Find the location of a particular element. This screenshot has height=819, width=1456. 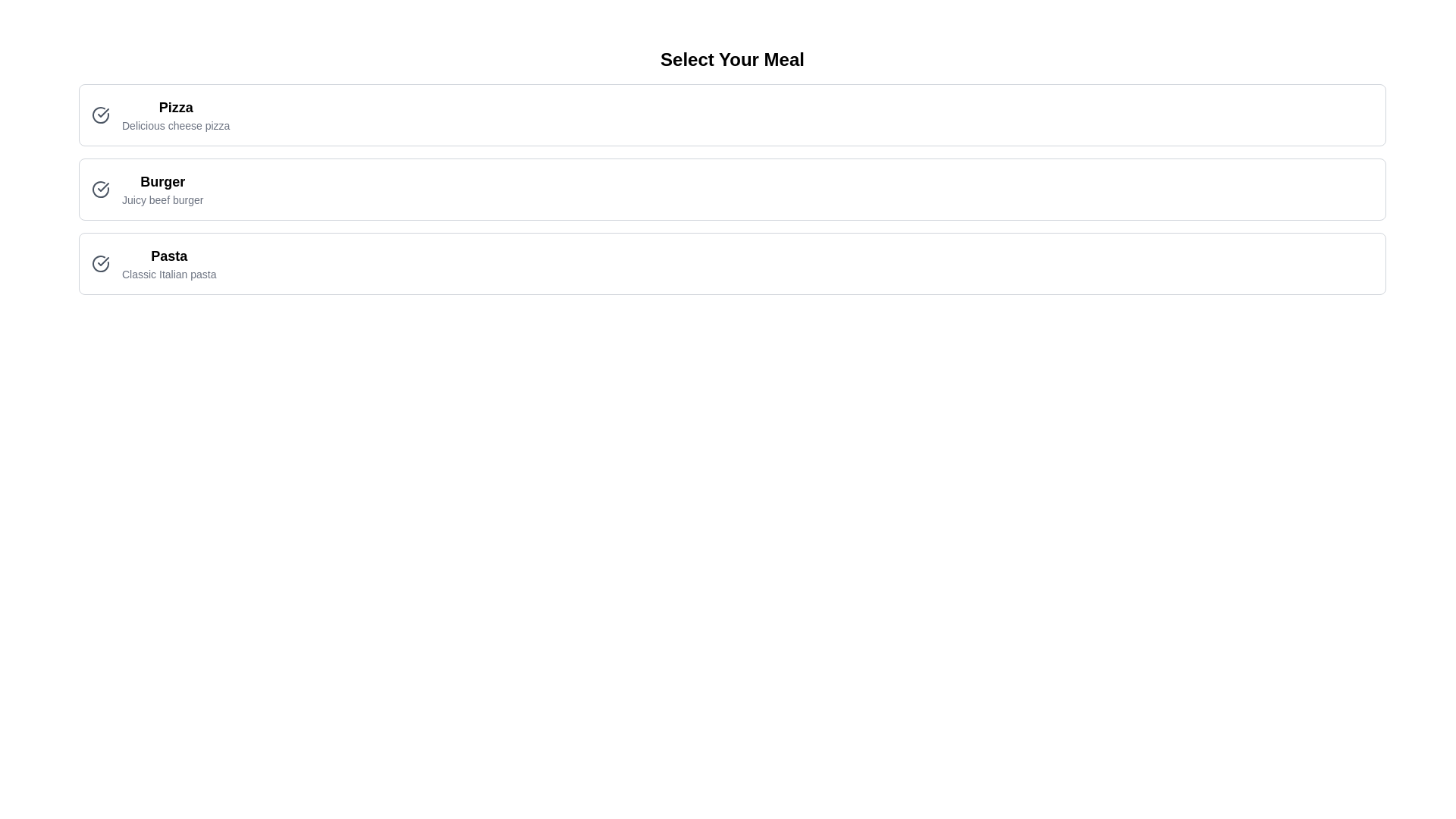

the text block displaying the menu item 'Pasta' with the description 'Classic Italian pasta', which is the last item in the list under the heading 'Select Your Meal' is located at coordinates (169, 262).